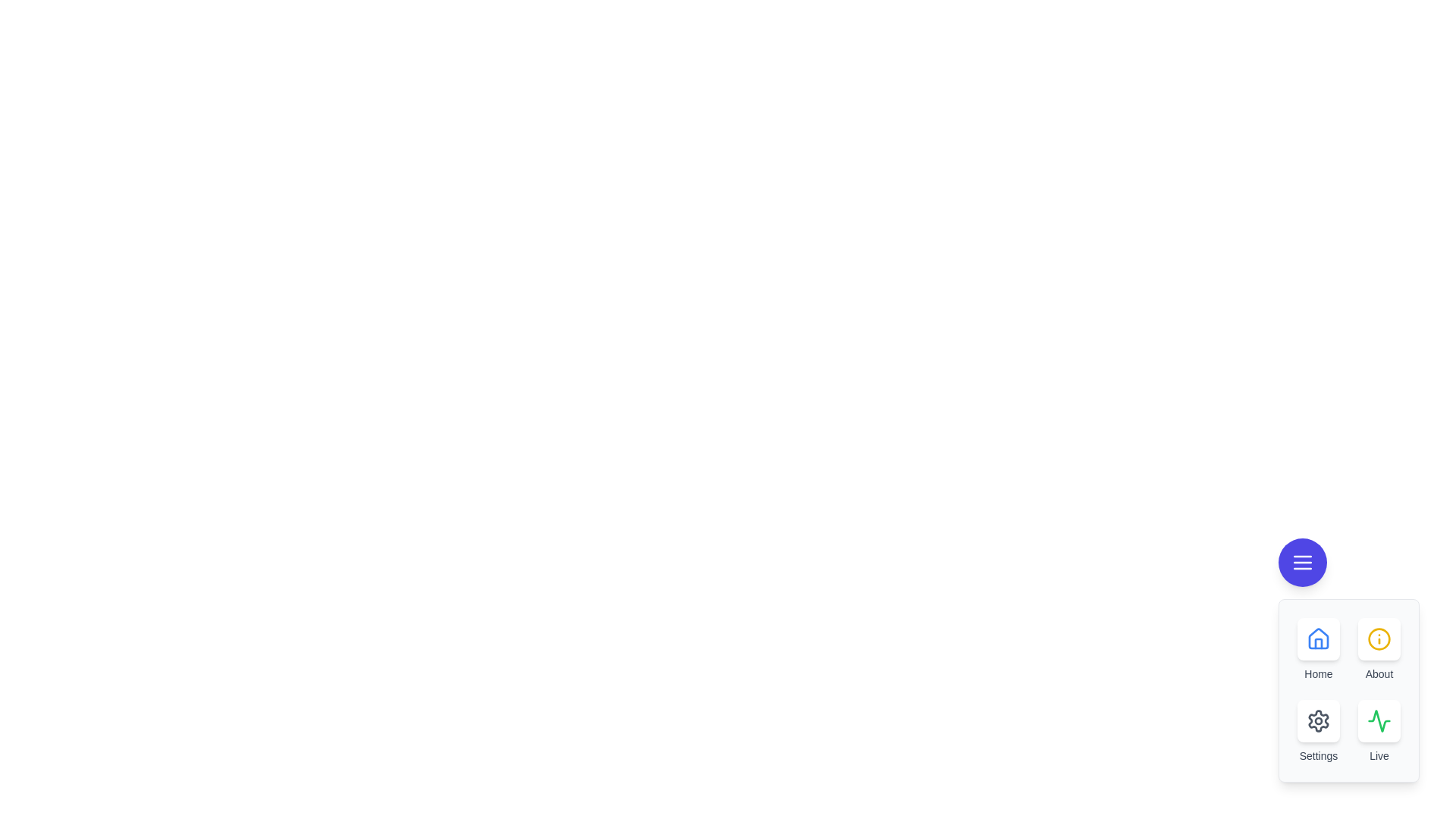  Describe the element at coordinates (1379, 639) in the screenshot. I see `the About button in the EnhancedSpeedDial component` at that location.